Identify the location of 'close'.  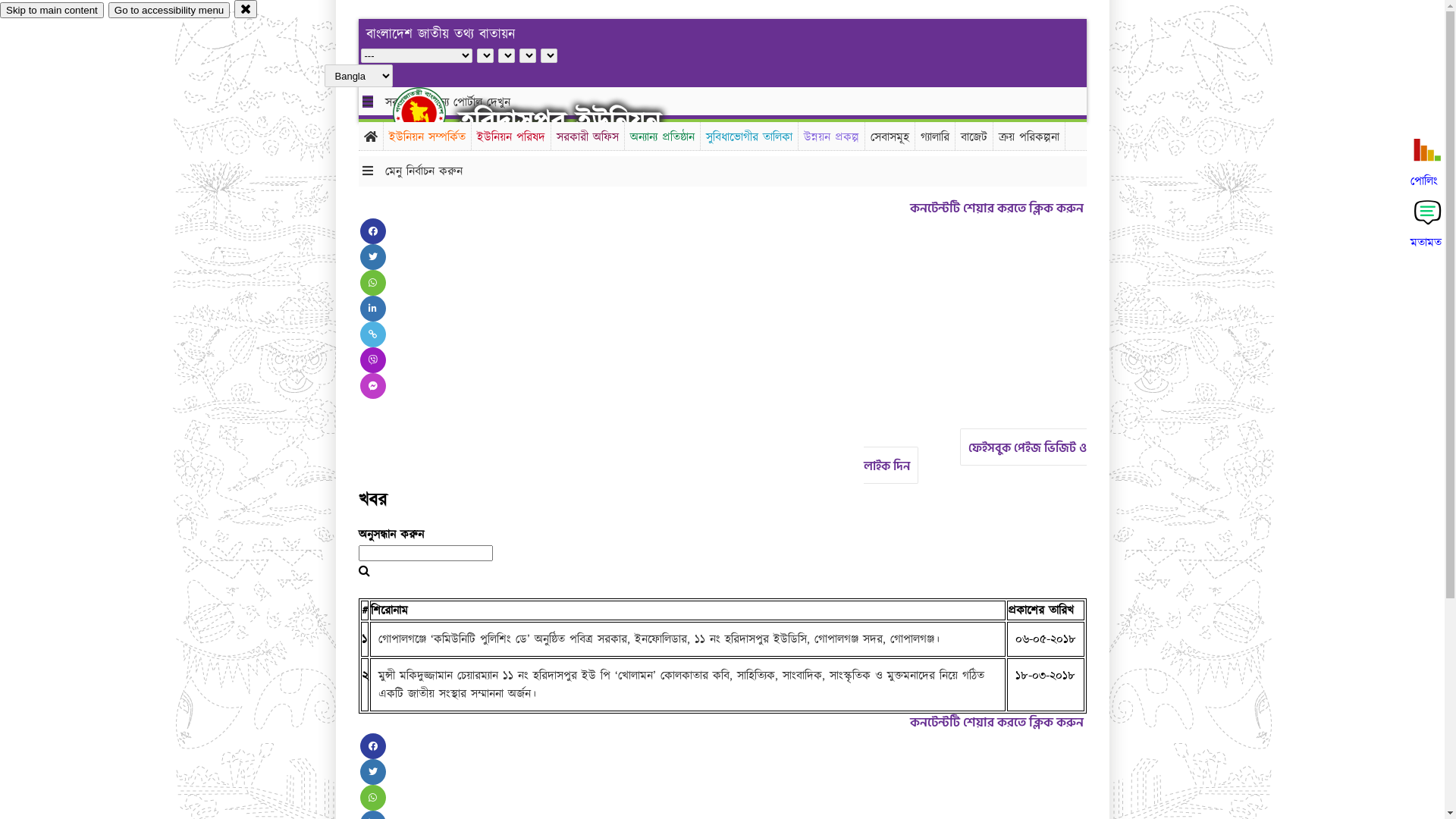
(246, 8).